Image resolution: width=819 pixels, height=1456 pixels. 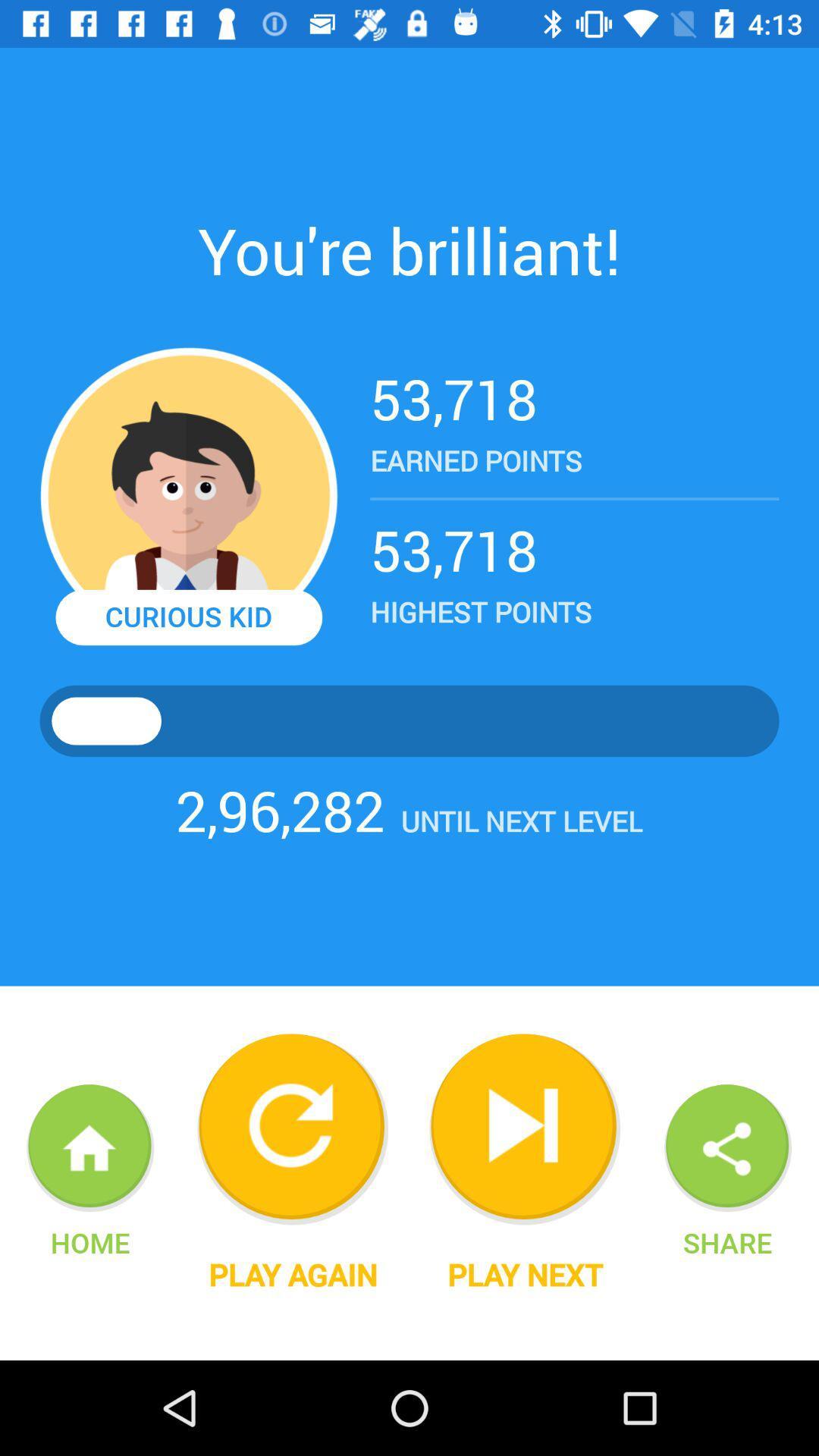 What do you see at coordinates (524, 1129) in the screenshot?
I see `next level` at bounding box center [524, 1129].